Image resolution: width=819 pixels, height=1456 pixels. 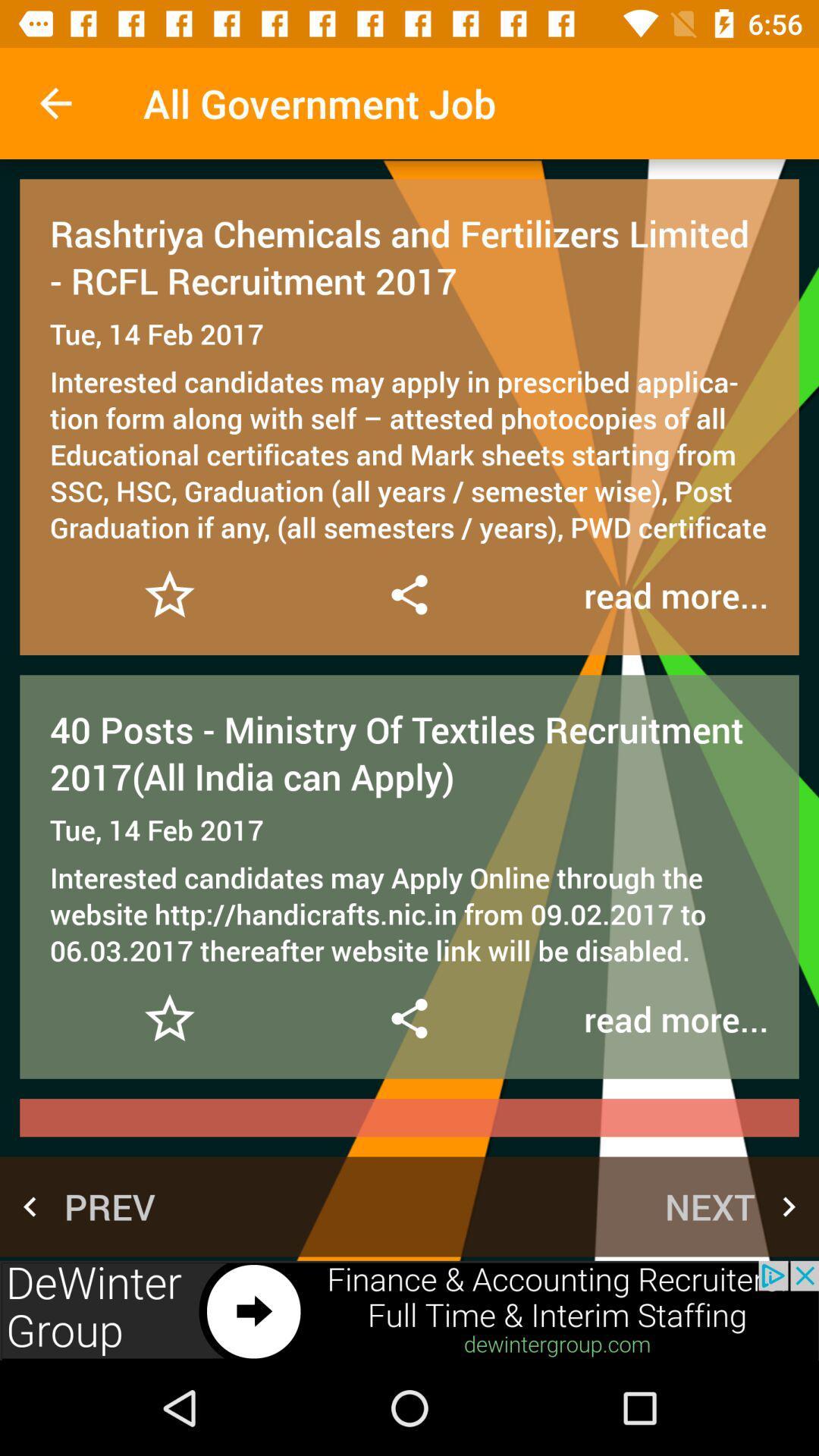 I want to click on favorite, so click(x=169, y=594).